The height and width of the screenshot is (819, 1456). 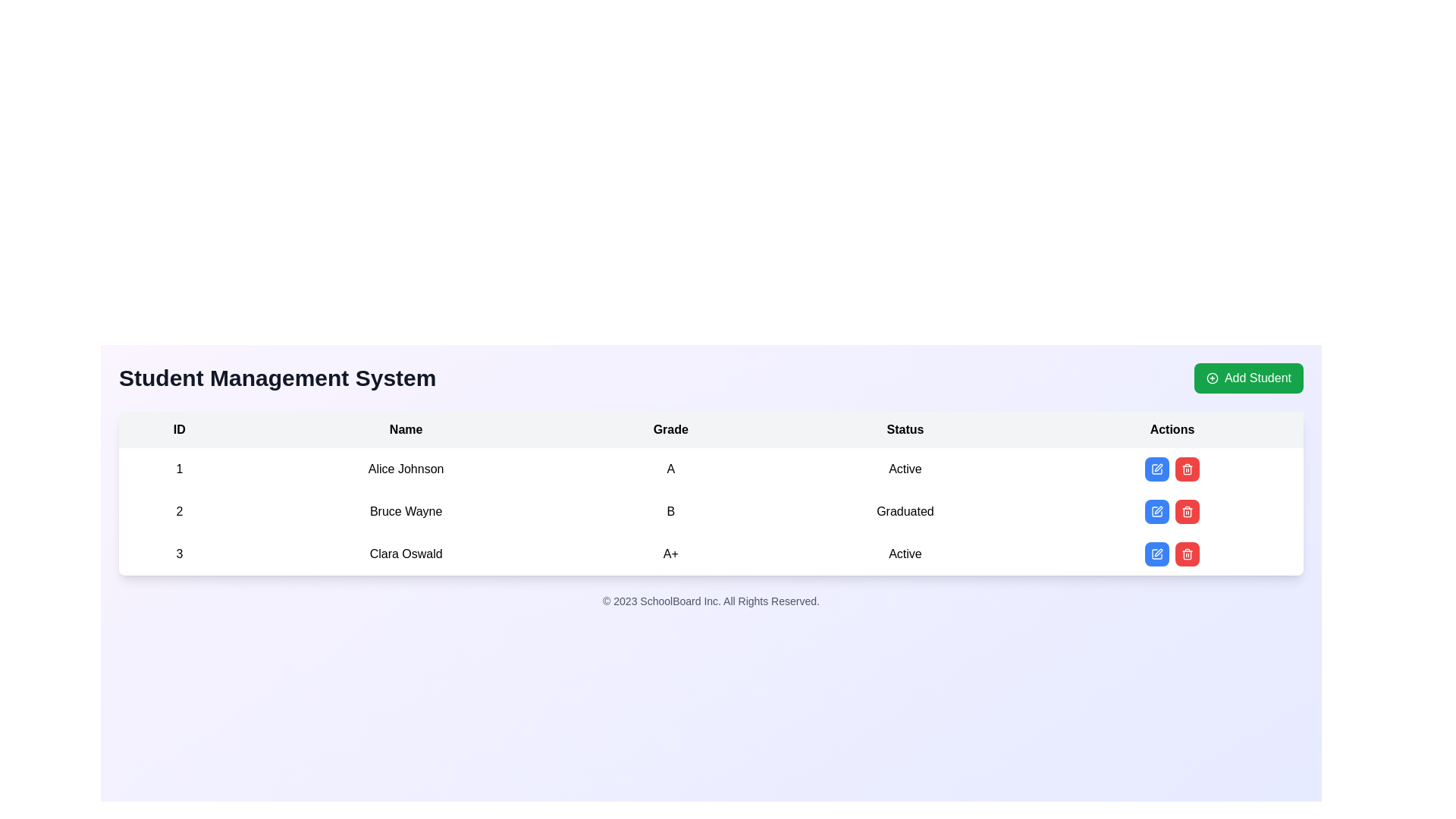 What do you see at coordinates (1186, 512) in the screenshot?
I see `the delete button in the Actions column for the user 'Bruce Wayne'` at bounding box center [1186, 512].